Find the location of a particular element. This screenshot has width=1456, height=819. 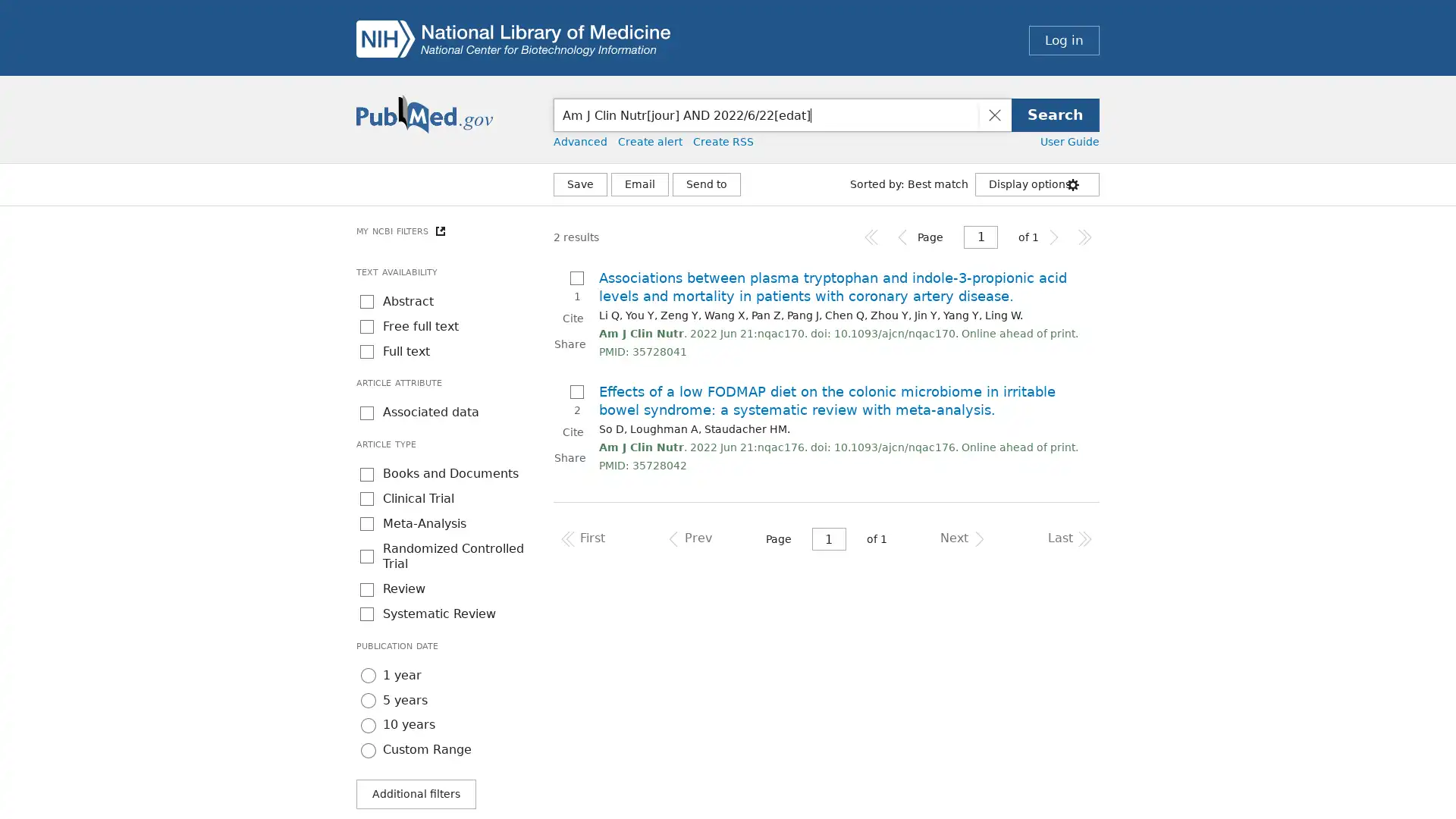

Display options is located at coordinates (1037, 184).